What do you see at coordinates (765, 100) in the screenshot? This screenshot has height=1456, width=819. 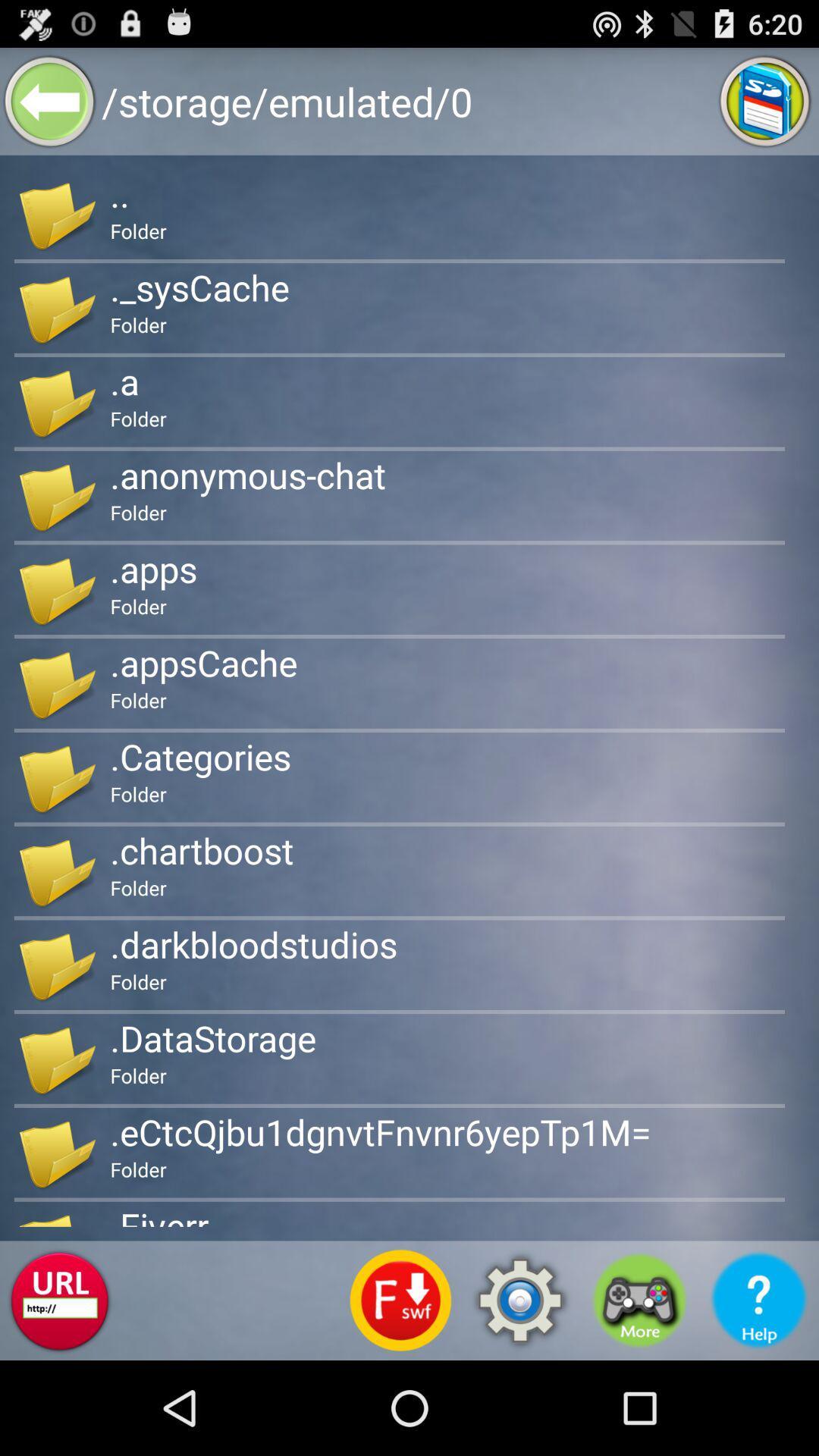 I see `sd card storage` at bounding box center [765, 100].